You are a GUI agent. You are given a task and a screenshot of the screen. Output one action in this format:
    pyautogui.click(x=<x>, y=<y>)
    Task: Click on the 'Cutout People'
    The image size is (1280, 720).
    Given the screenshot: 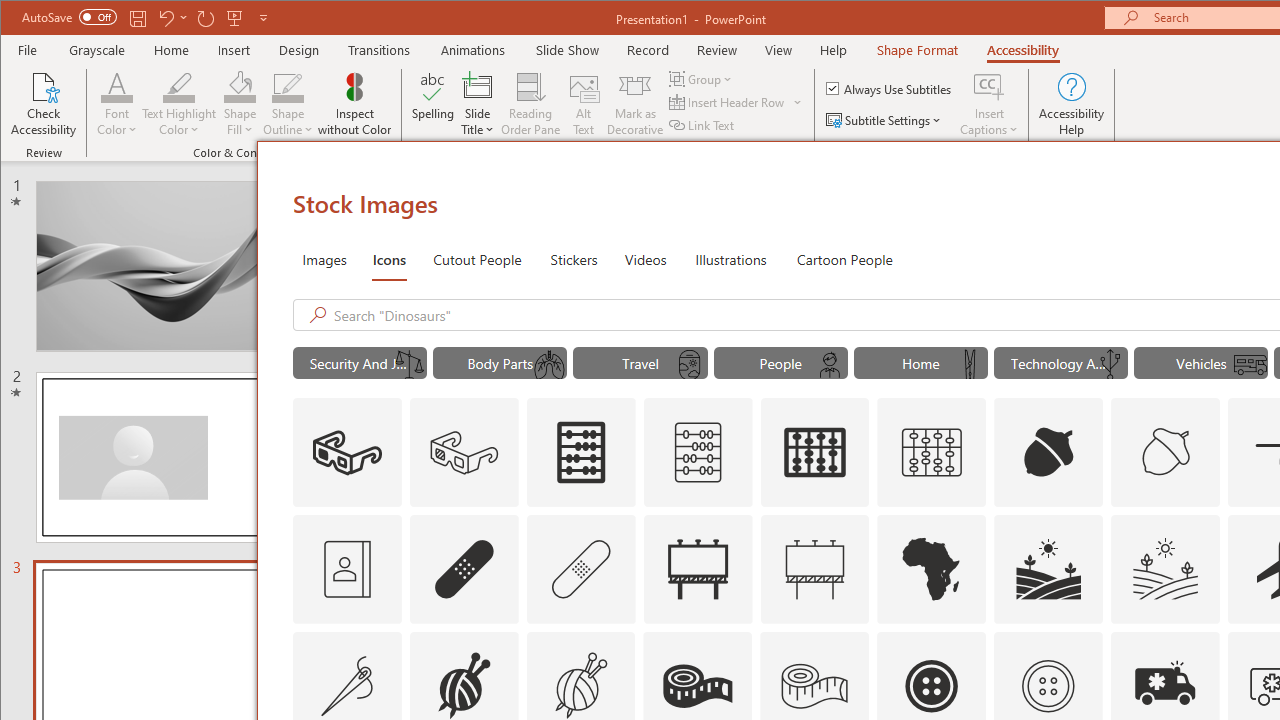 What is the action you would take?
    pyautogui.click(x=476, y=257)
    